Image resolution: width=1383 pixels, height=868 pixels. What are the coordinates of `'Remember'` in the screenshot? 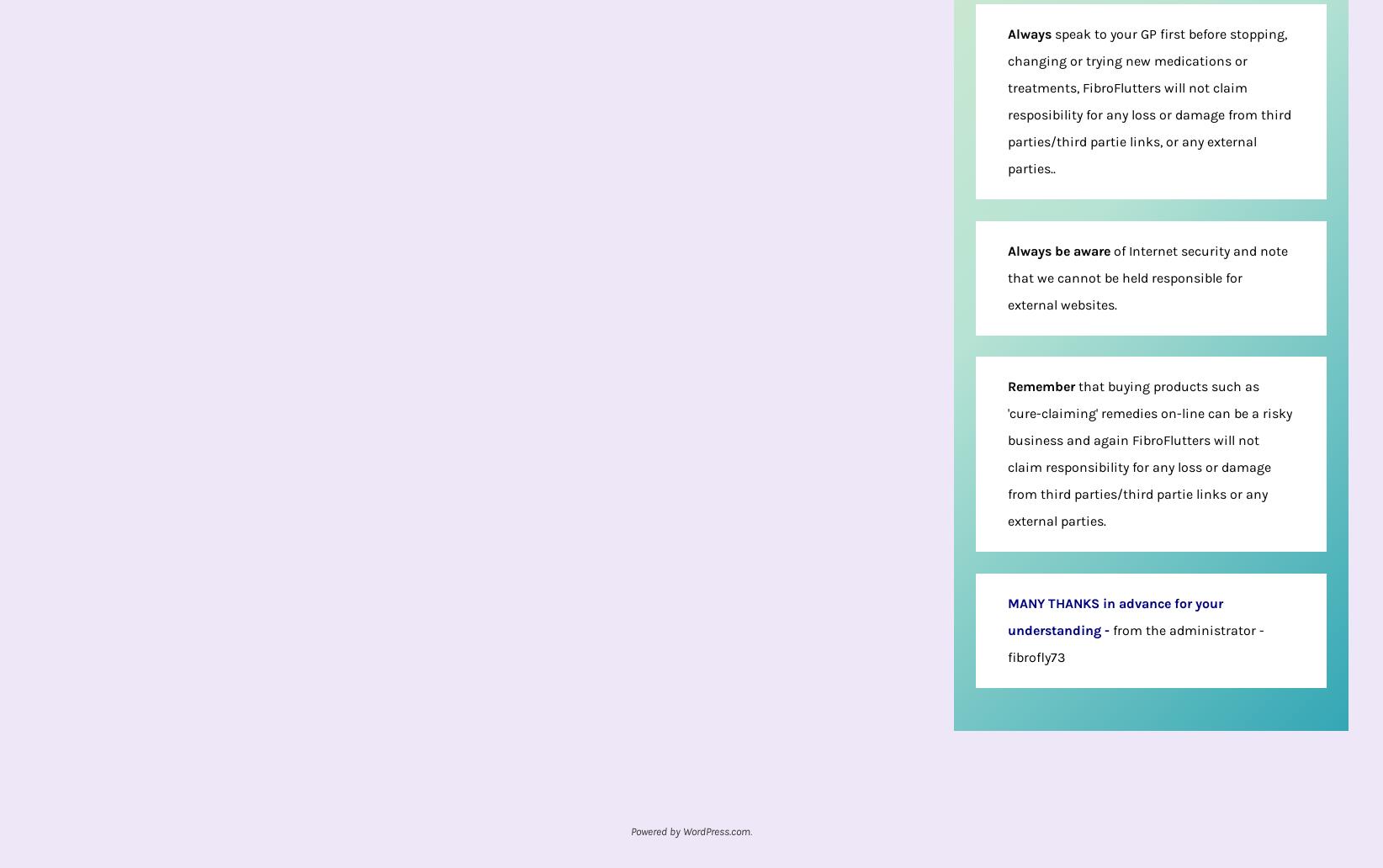 It's located at (1006, 385).